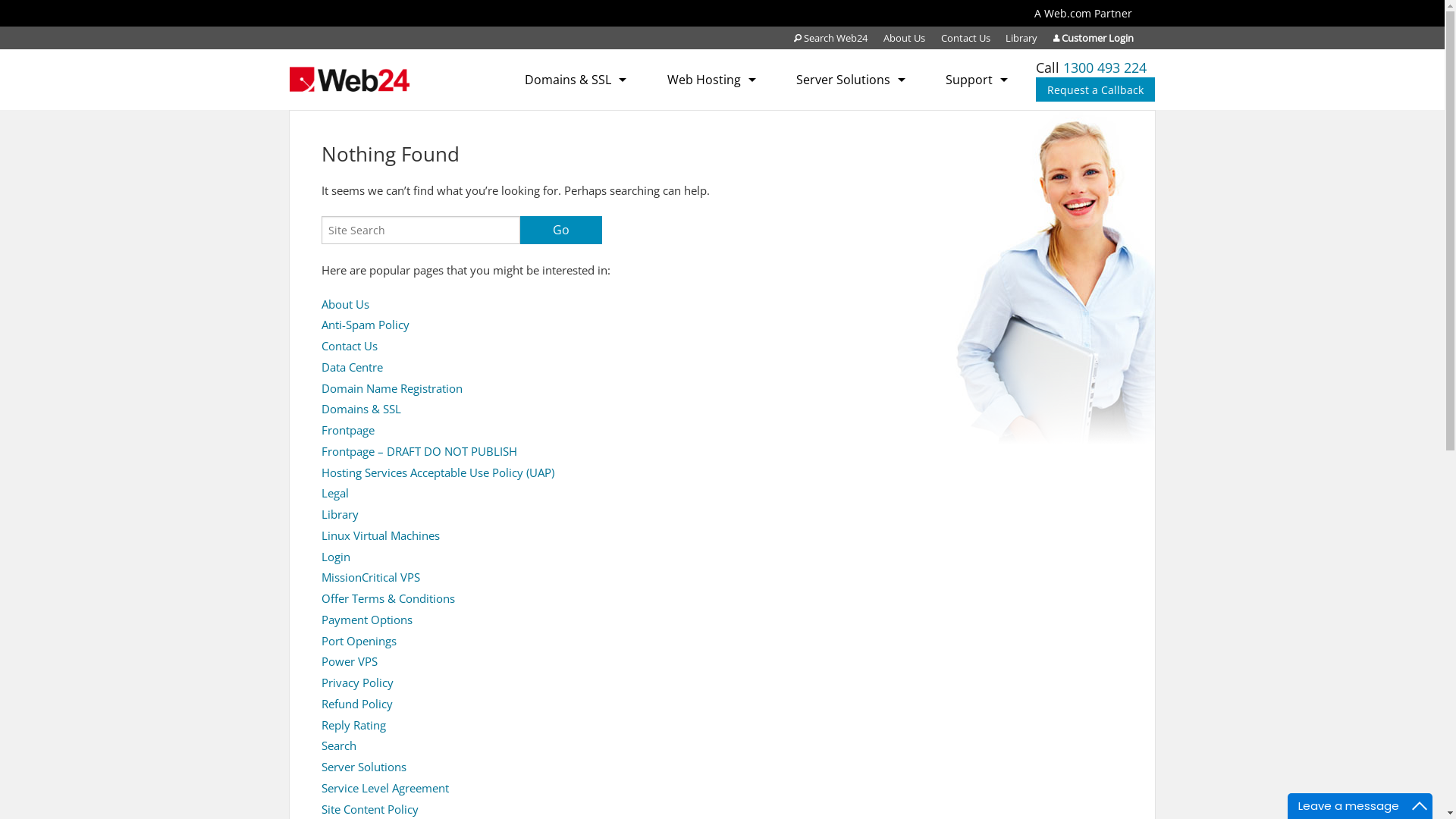 This screenshot has width=1456, height=819. Describe the element at coordinates (1095, 89) in the screenshot. I see `'Request a Callback'` at that location.